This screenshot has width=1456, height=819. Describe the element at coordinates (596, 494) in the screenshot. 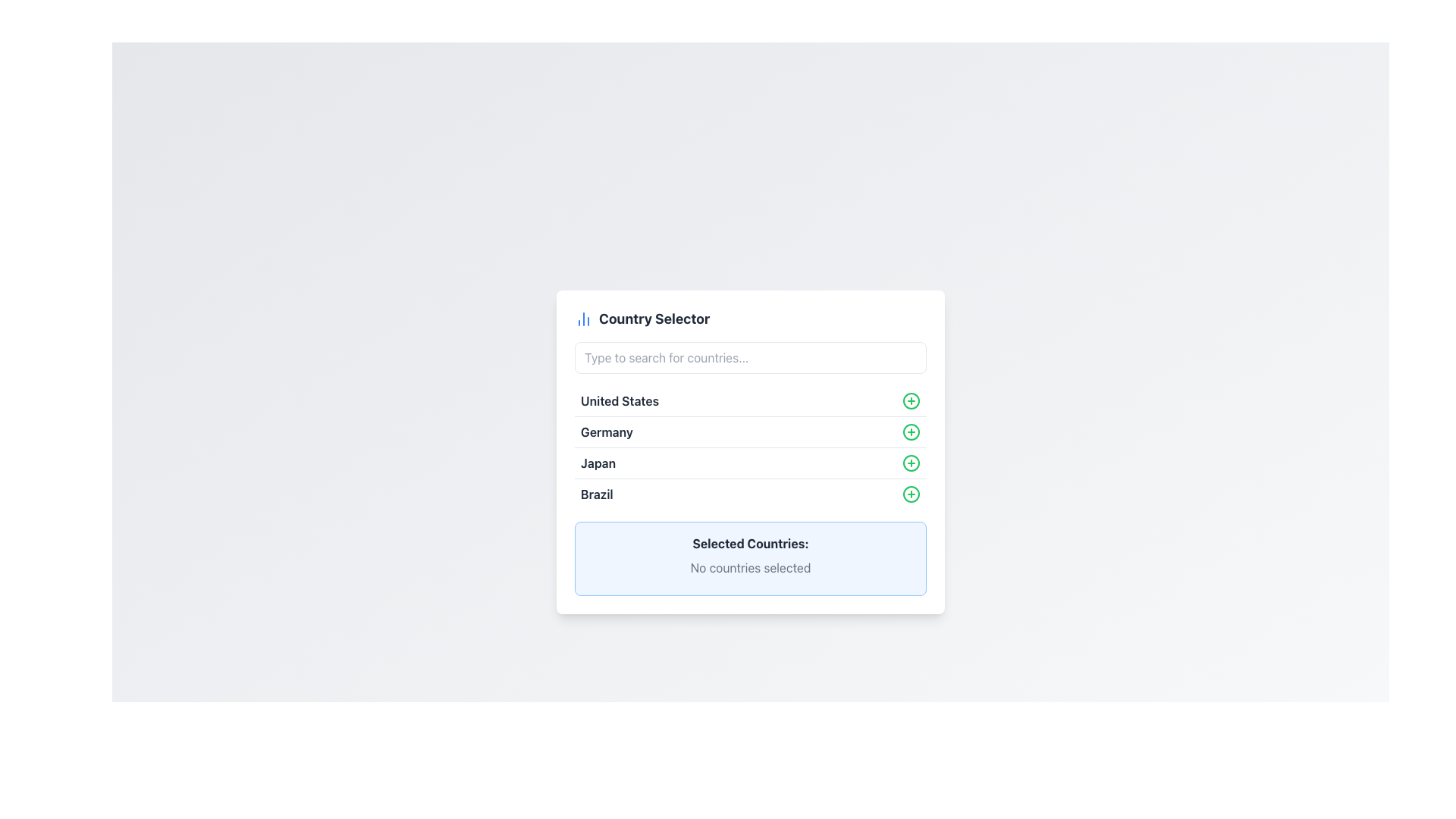

I see `the text label 'Brazil' which identifies the country in a dropdown list, located below 'Japan' and to the left of the green '+' button` at that location.